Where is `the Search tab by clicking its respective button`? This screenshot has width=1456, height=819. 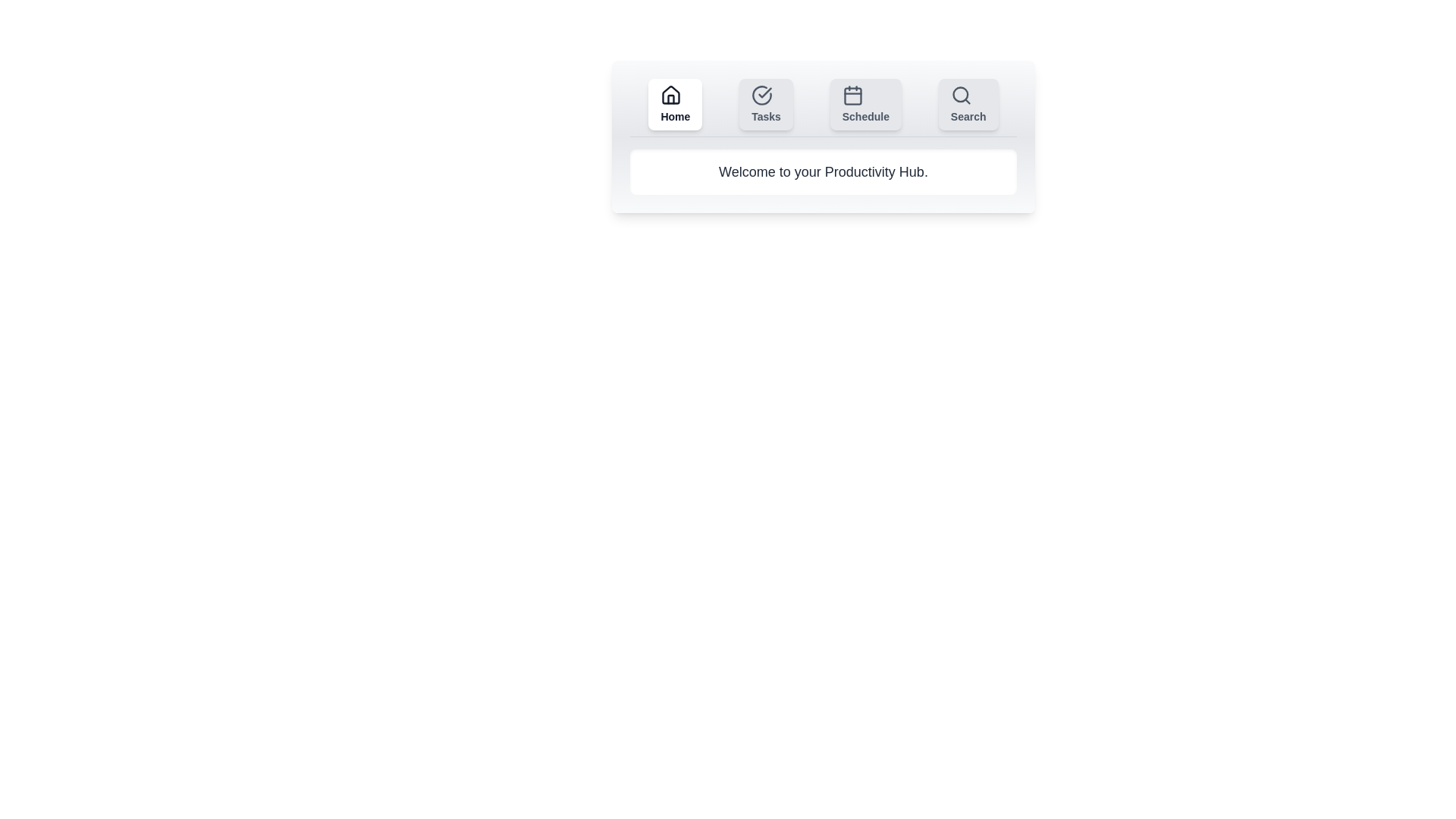 the Search tab by clicking its respective button is located at coordinates (968, 104).